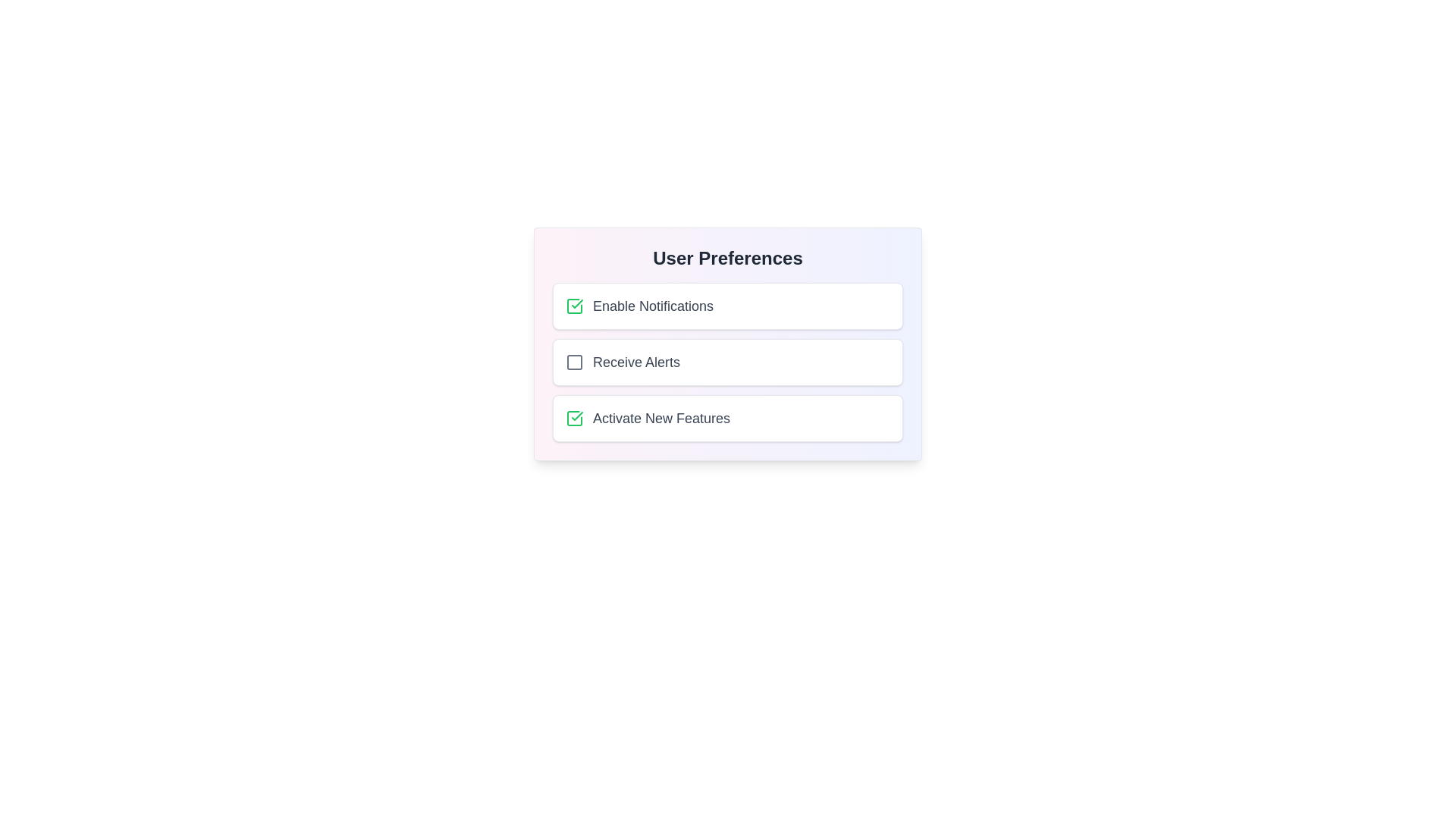 Image resolution: width=1456 pixels, height=819 pixels. I want to click on the 'Receive Alerts' text label, which is gray and medium-sized, located in the center-right portion of the UI, aligned with a checkbox to its left, so click(636, 362).